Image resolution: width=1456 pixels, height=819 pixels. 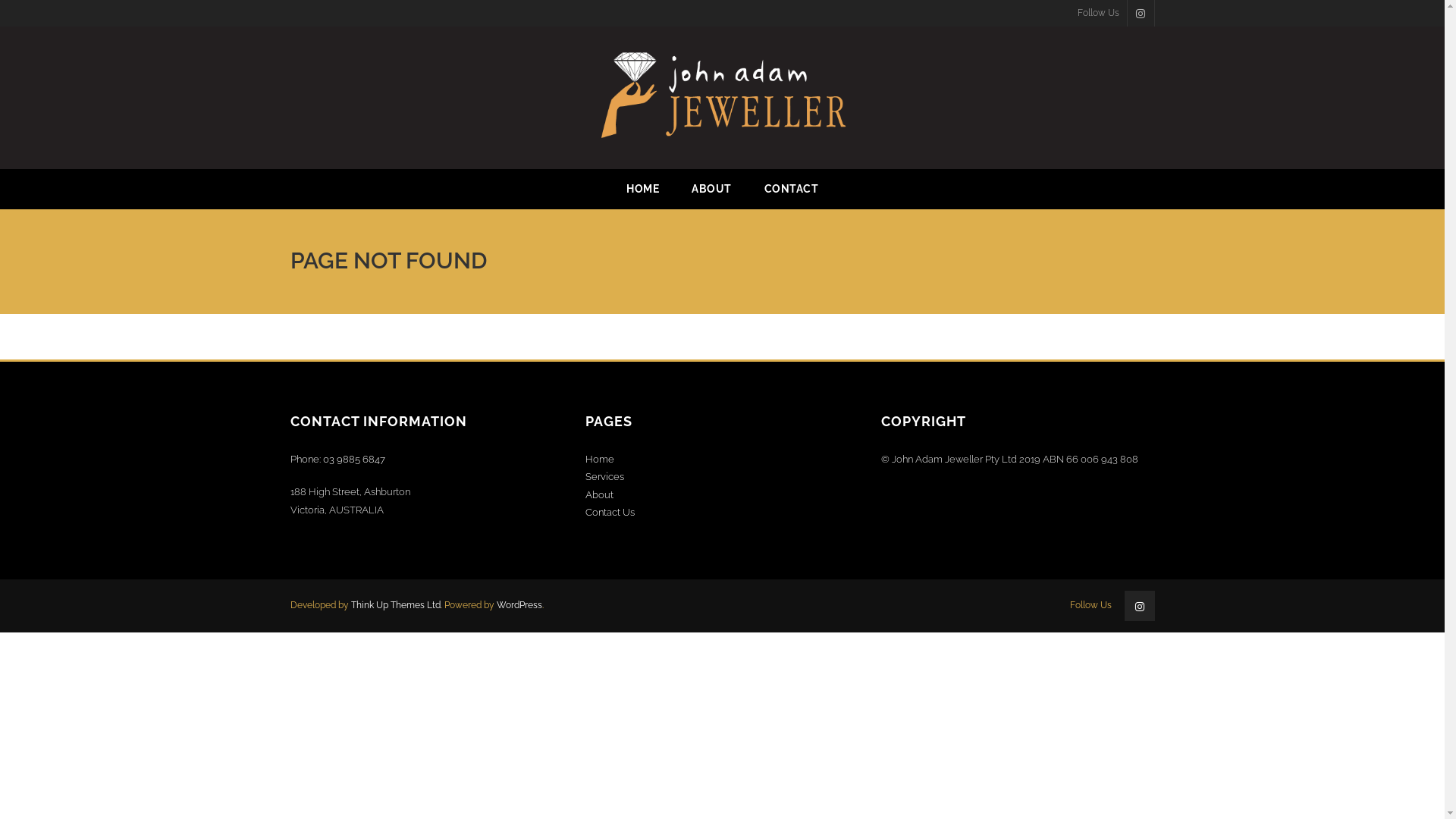 I want to click on 'Phone: 03 9885 6847', so click(x=336, y=458).